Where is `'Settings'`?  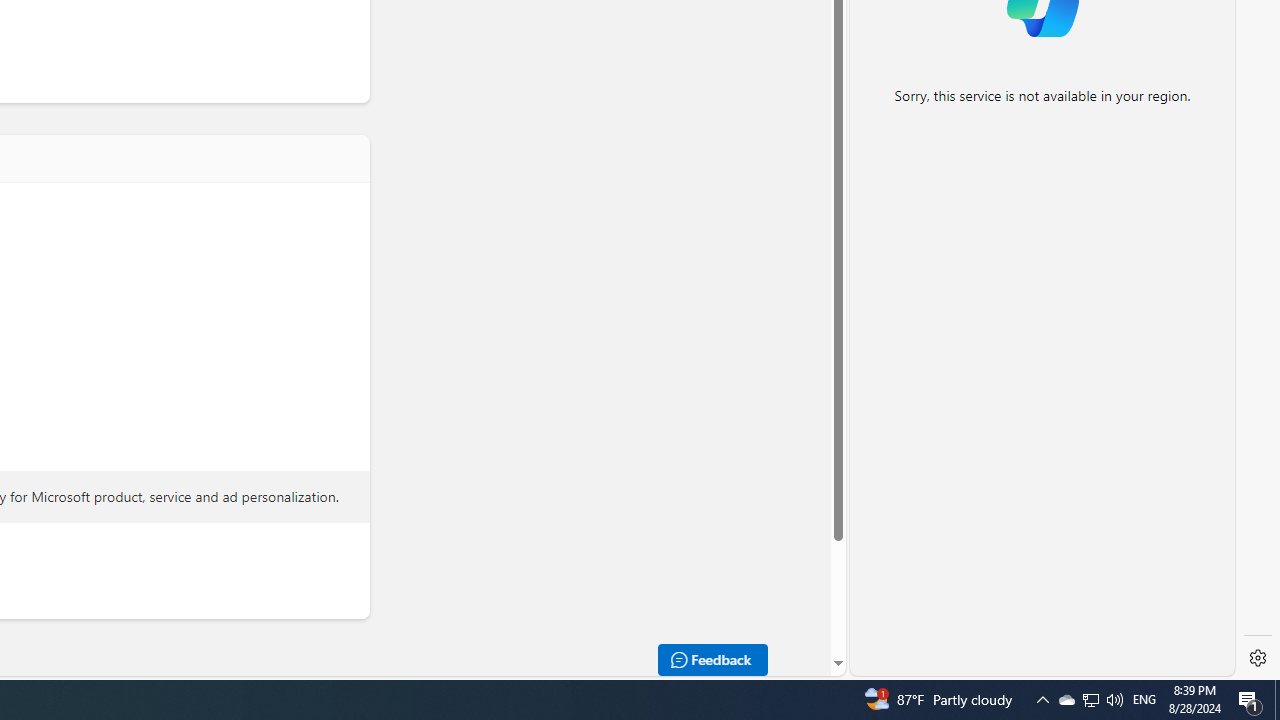 'Settings' is located at coordinates (1257, 658).